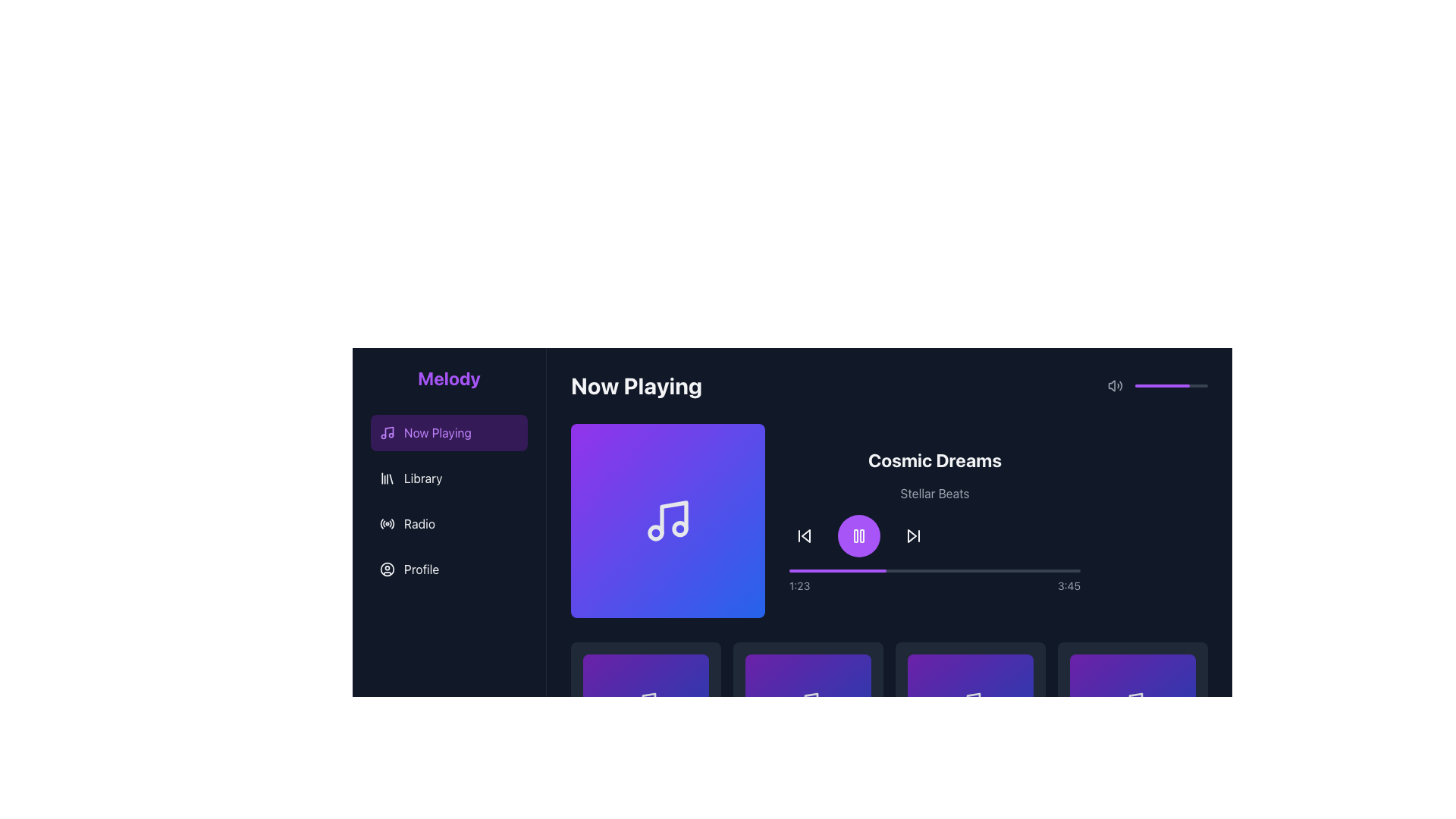 The height and width of the screenshot is (819, 1456). I want to click on the playback progress, so click(874, 570).